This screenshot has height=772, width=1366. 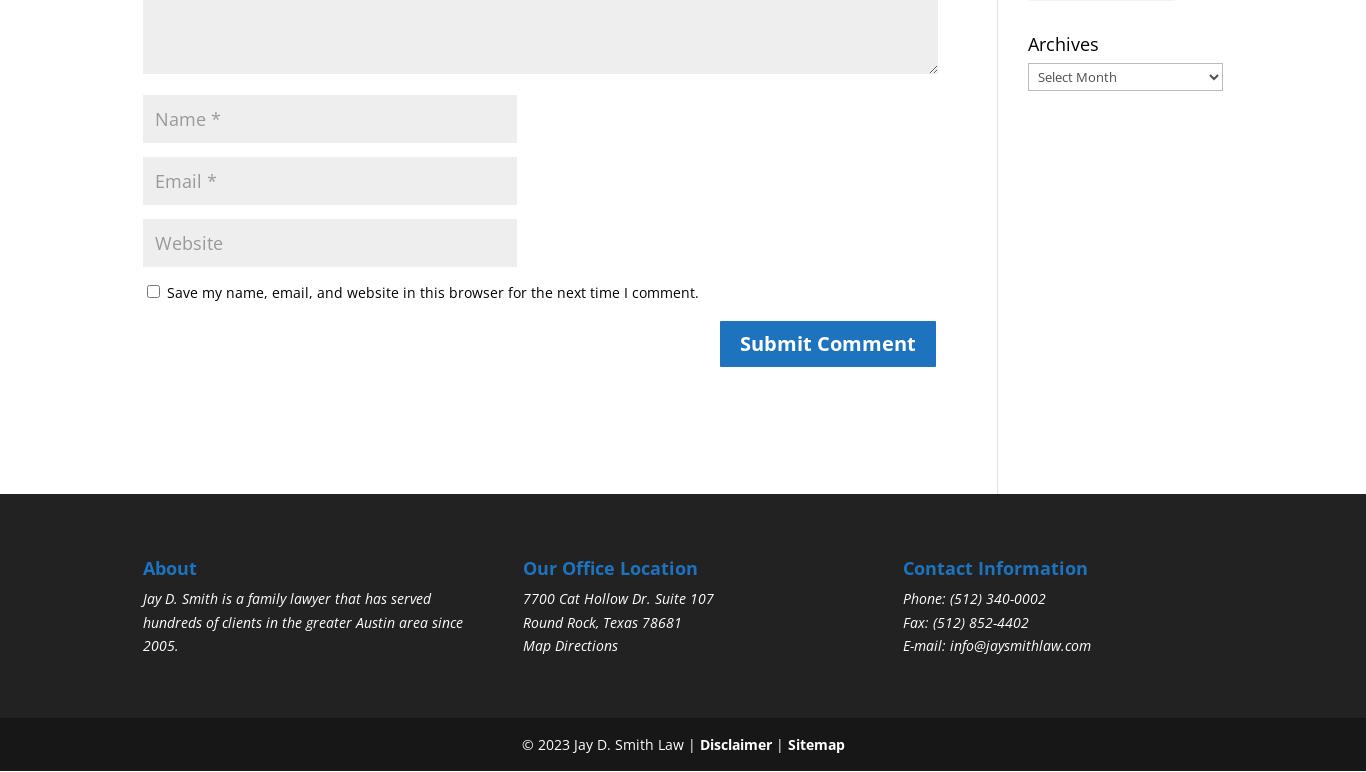 I want to click on 'Round Rock, Texas 78681', so click(x=600, y=620).